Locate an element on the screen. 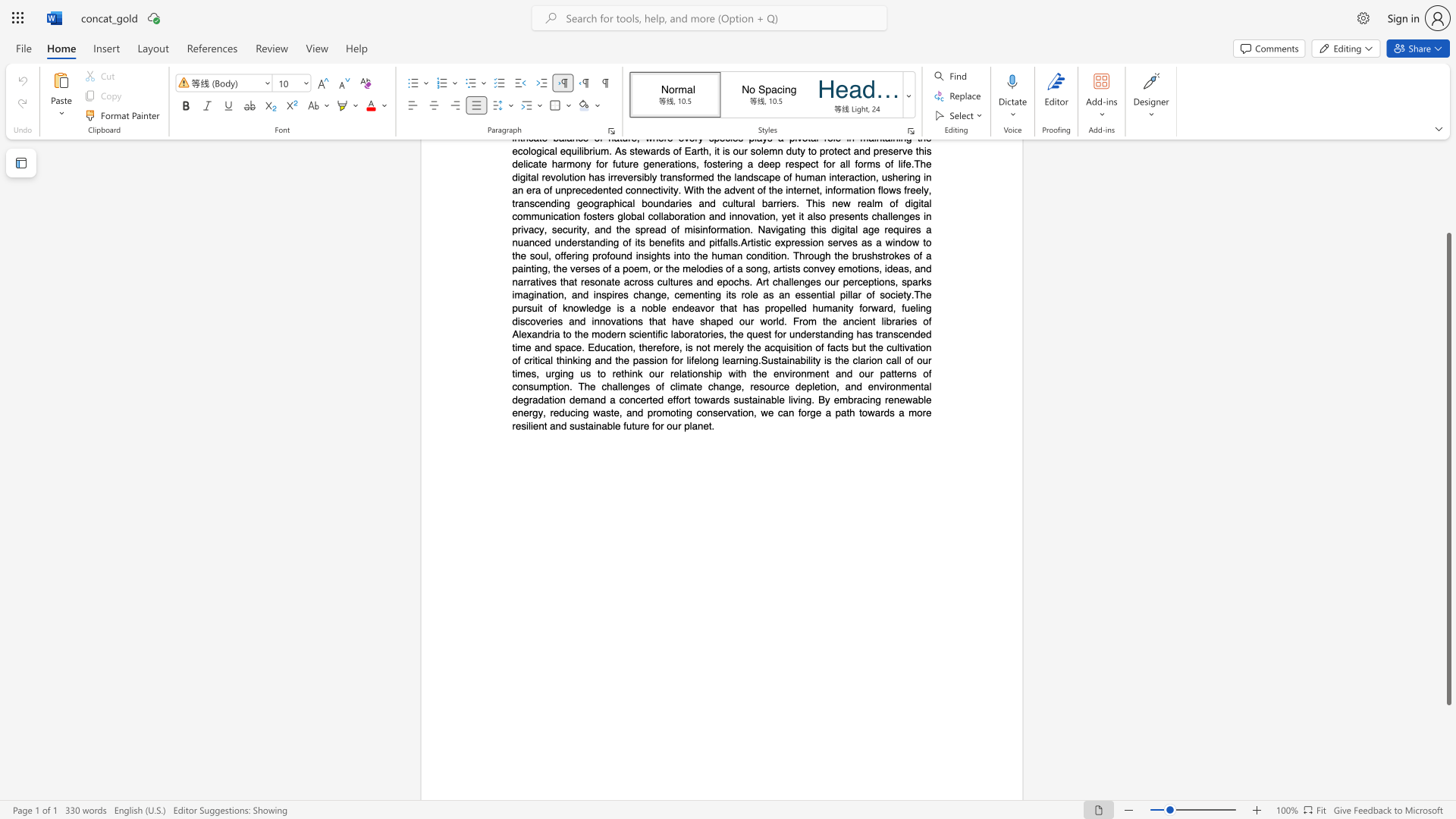 This screenshot has width=1456, height=819. the scrollbar and move up 90 pixels is located at coordinates (1448, 468).